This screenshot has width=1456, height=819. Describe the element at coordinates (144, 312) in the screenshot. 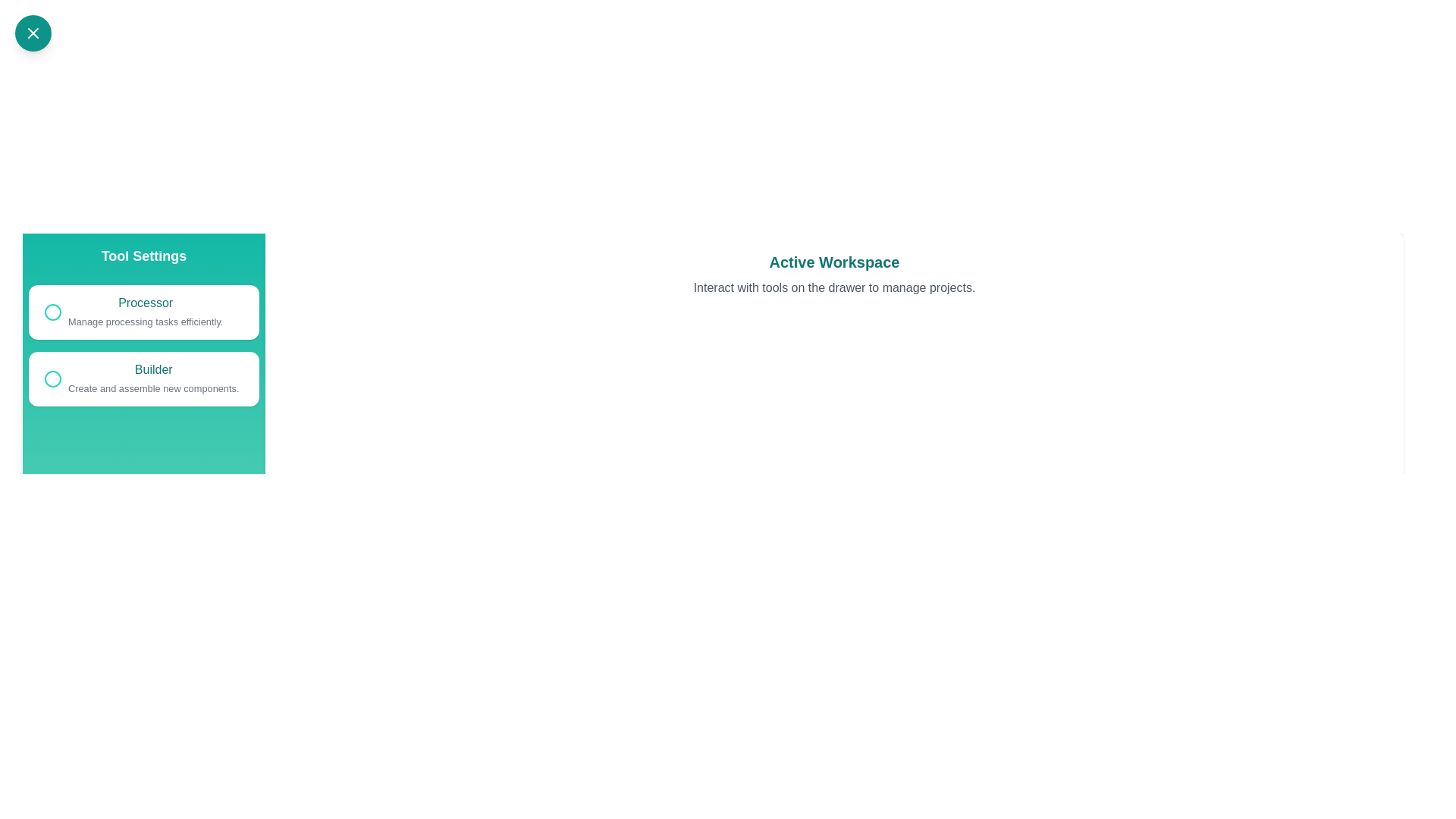

I see `the tool named Processor to see its hover effect` at that location.